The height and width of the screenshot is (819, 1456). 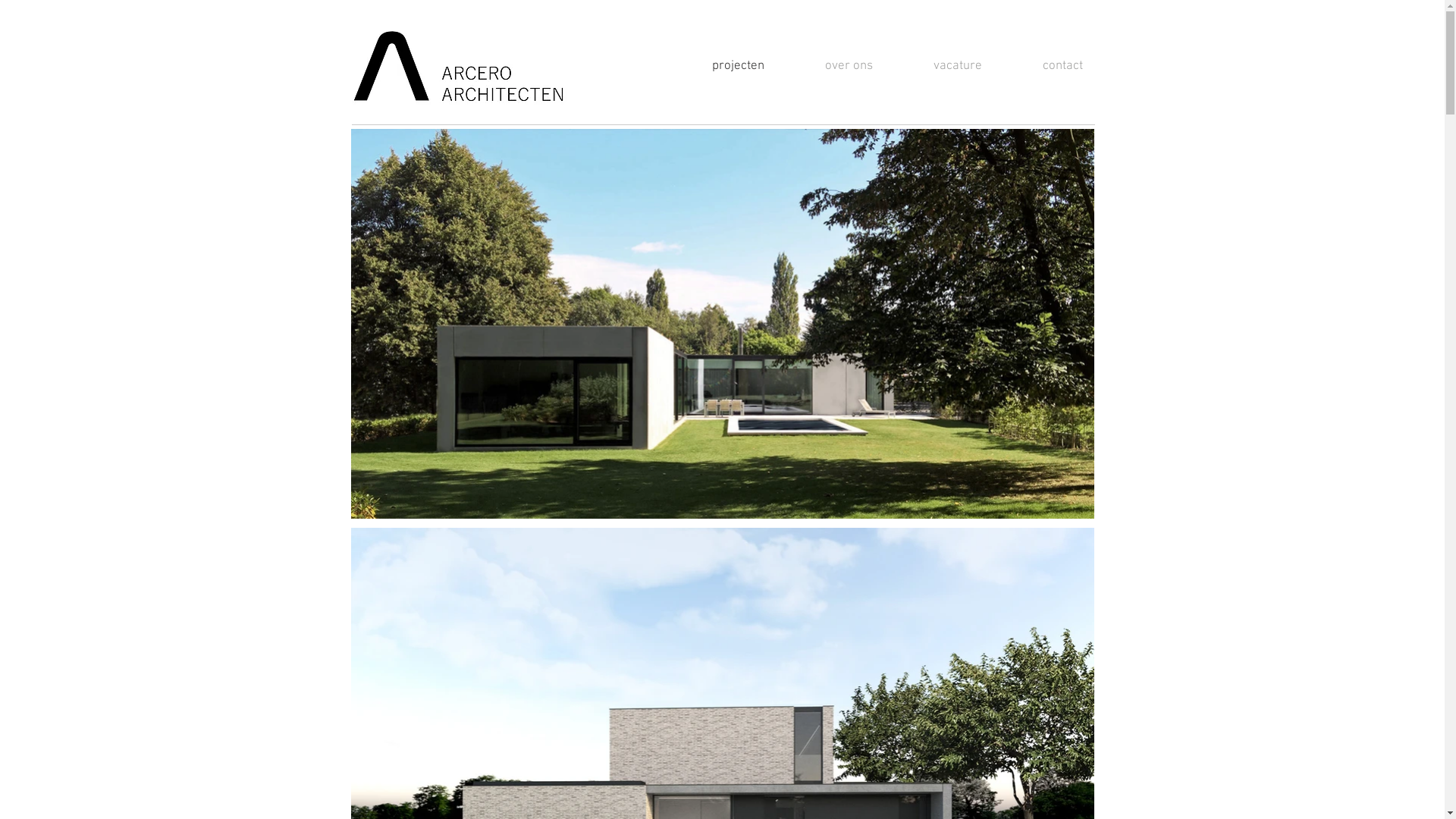 I want to click on 'vacature', so click(x=884, y=65).